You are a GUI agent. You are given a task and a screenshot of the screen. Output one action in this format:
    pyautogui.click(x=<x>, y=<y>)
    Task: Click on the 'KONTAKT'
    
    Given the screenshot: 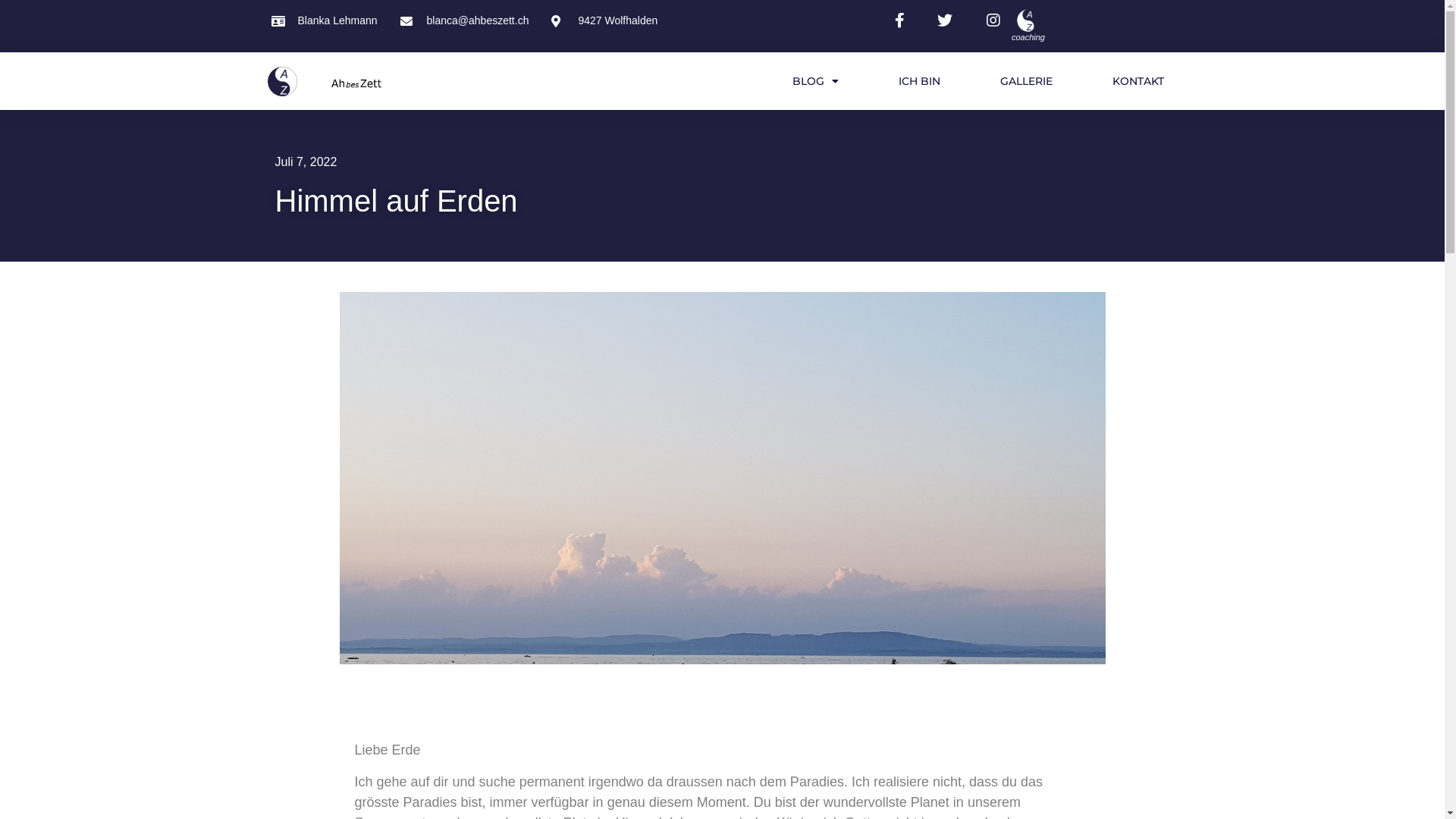 What is the action you would take?
    pyautogui.click(x=1138, y=81)
    